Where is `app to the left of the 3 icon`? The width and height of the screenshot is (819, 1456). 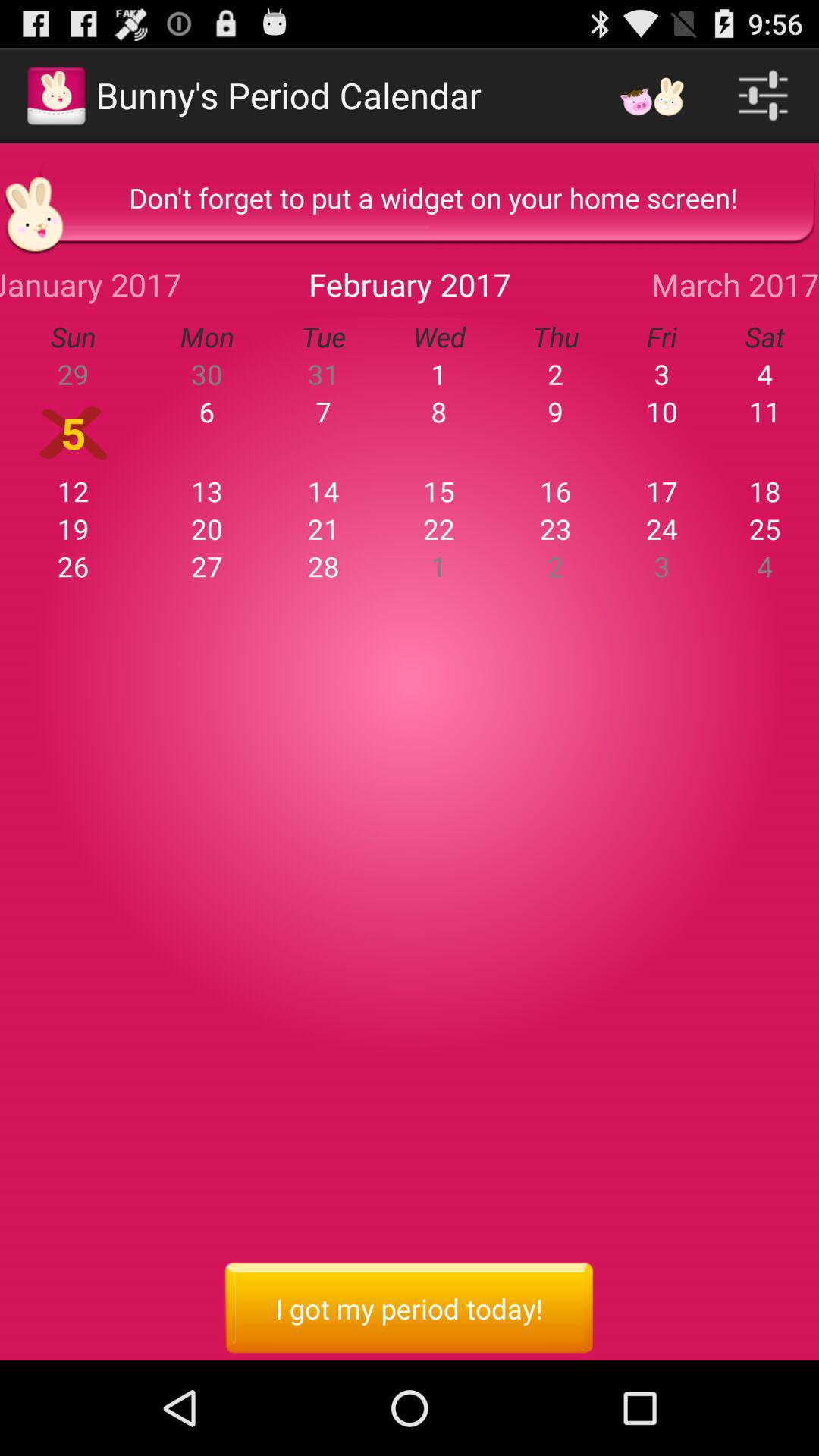
app to the left of the 3 icon is located at coordinates (556, 411).